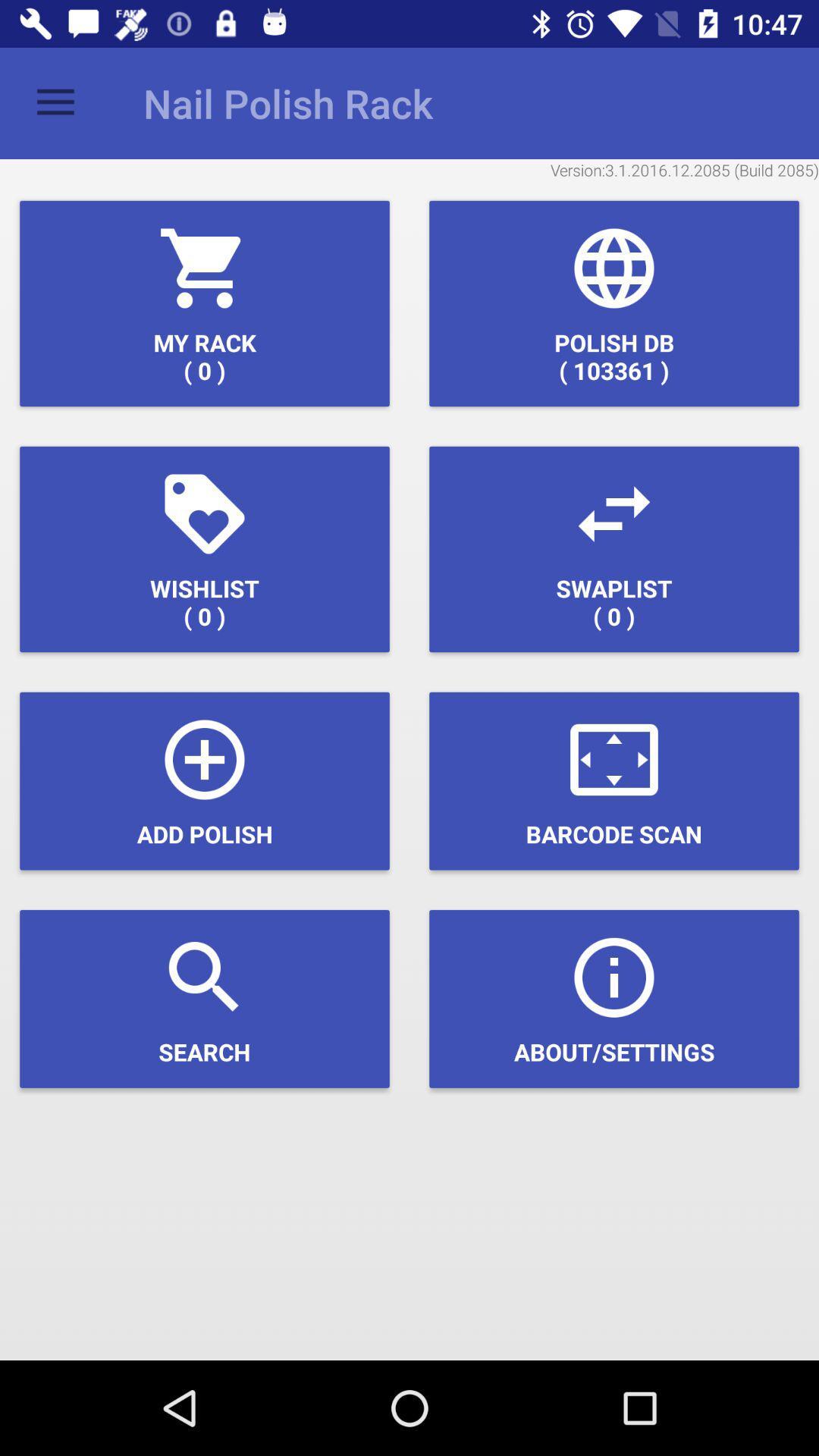  Describe the element at coordinates (614, 781) in the screenshot. I see `the item above the about/settings item` at that location.